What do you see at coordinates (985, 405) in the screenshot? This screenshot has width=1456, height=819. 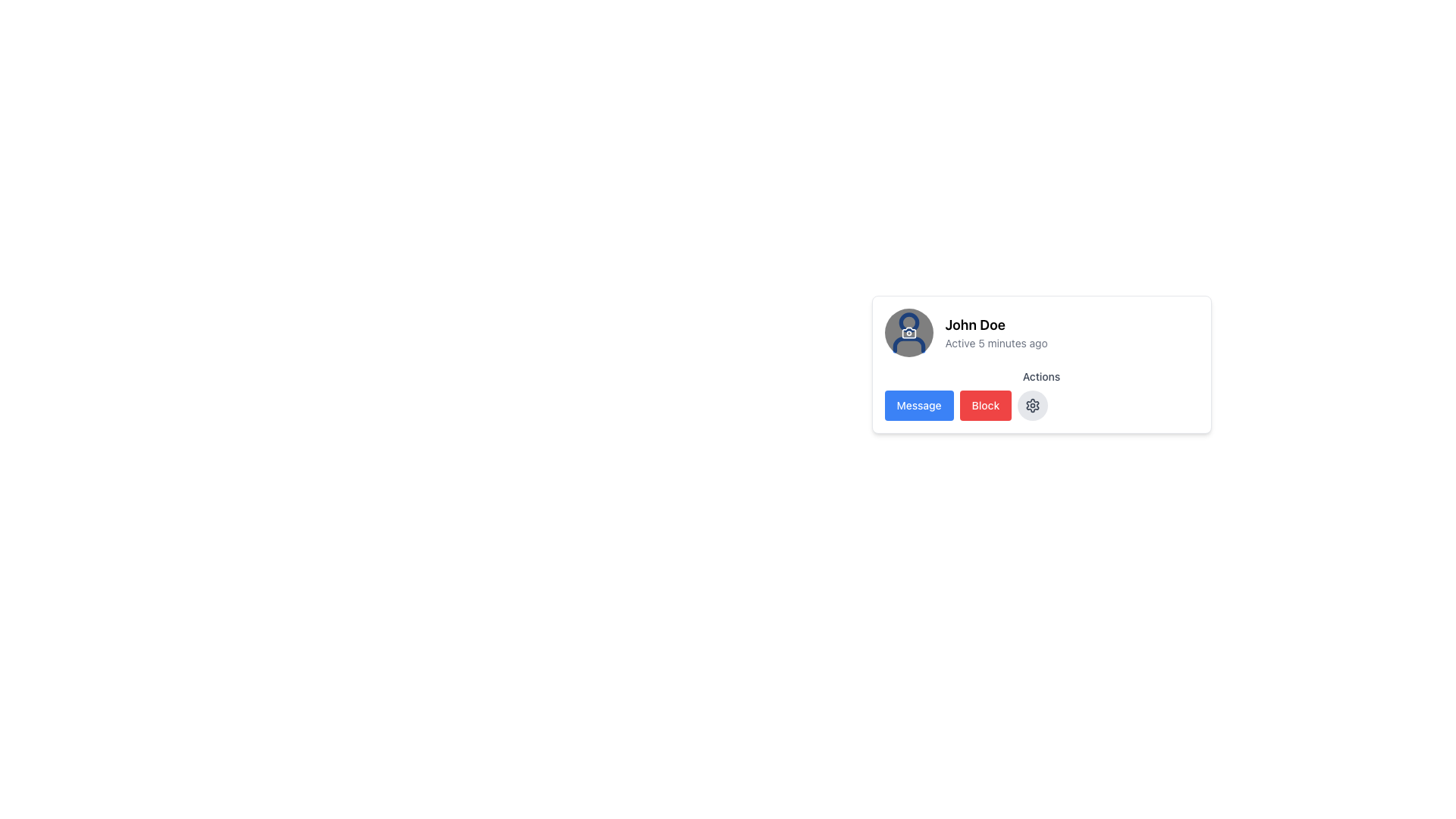 I see `the 'Block User' button located to the right of the blue 'Message' button in the 'Actions' section of the card layout` at bounding box center [985, 405].